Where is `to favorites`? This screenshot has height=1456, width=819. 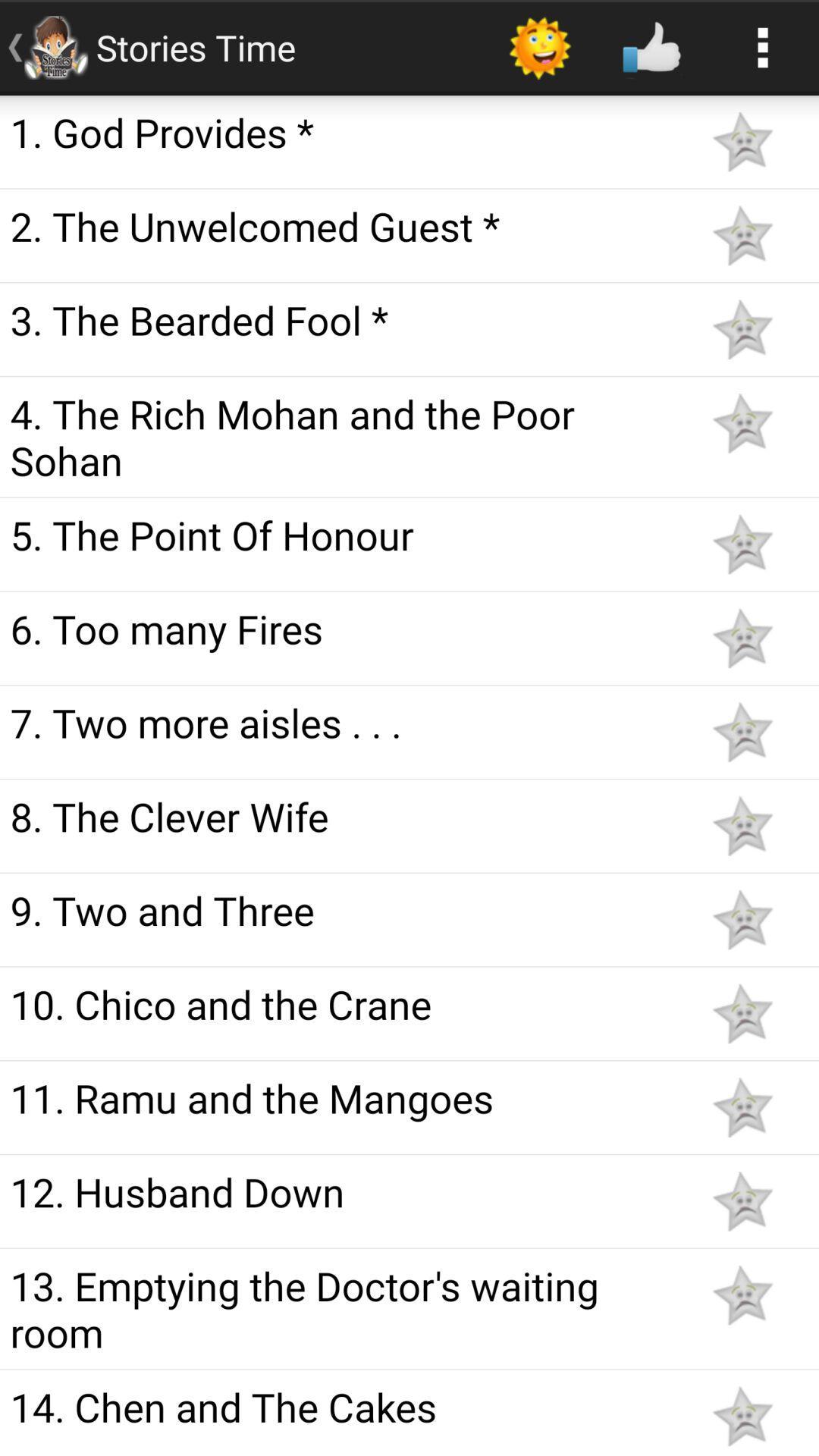 to favorites is located at coordinates (742, 1294).